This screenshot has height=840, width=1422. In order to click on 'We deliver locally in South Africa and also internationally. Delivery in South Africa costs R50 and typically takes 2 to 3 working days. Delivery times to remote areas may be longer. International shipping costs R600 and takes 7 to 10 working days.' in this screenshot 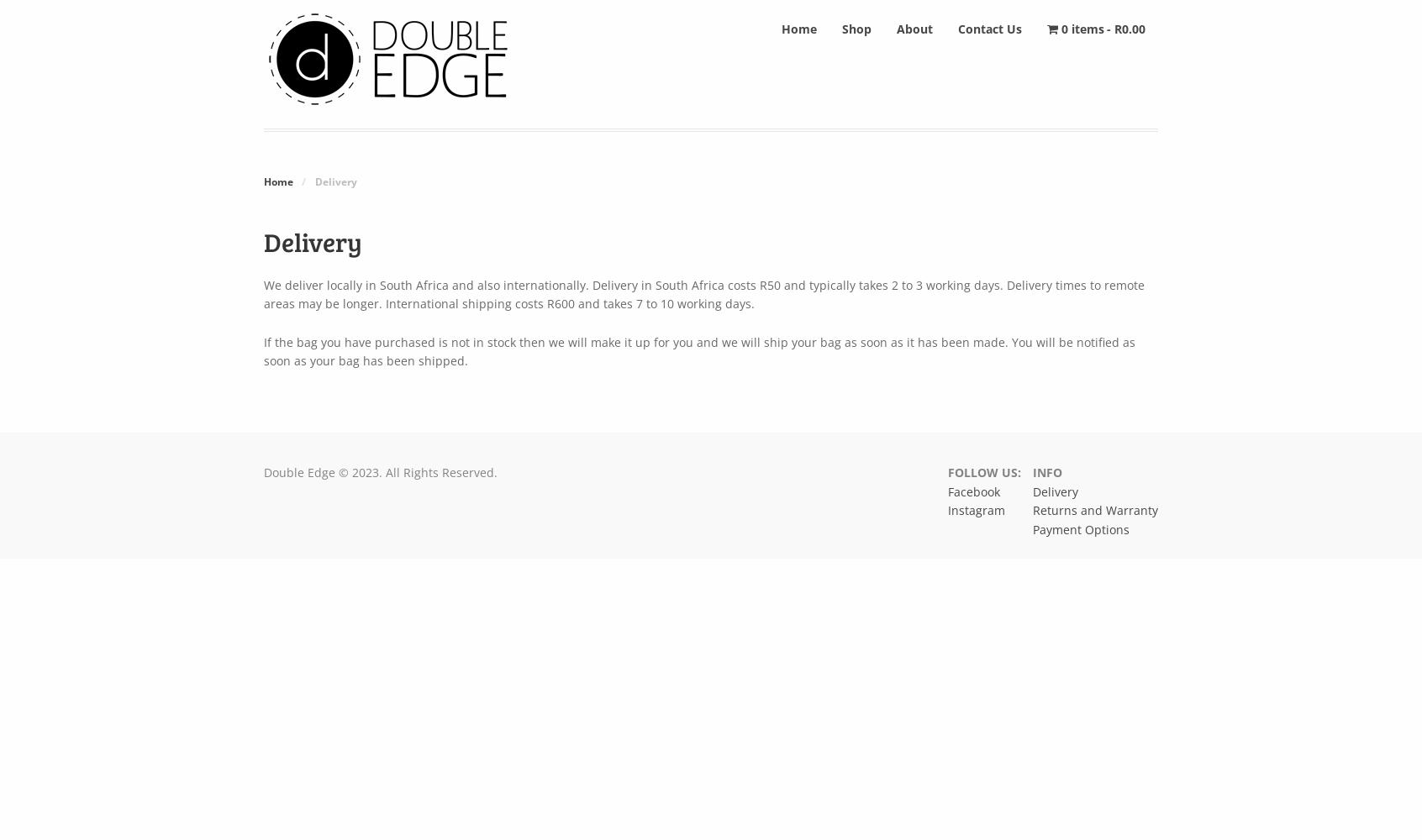, I will do `click(704, 293)`.